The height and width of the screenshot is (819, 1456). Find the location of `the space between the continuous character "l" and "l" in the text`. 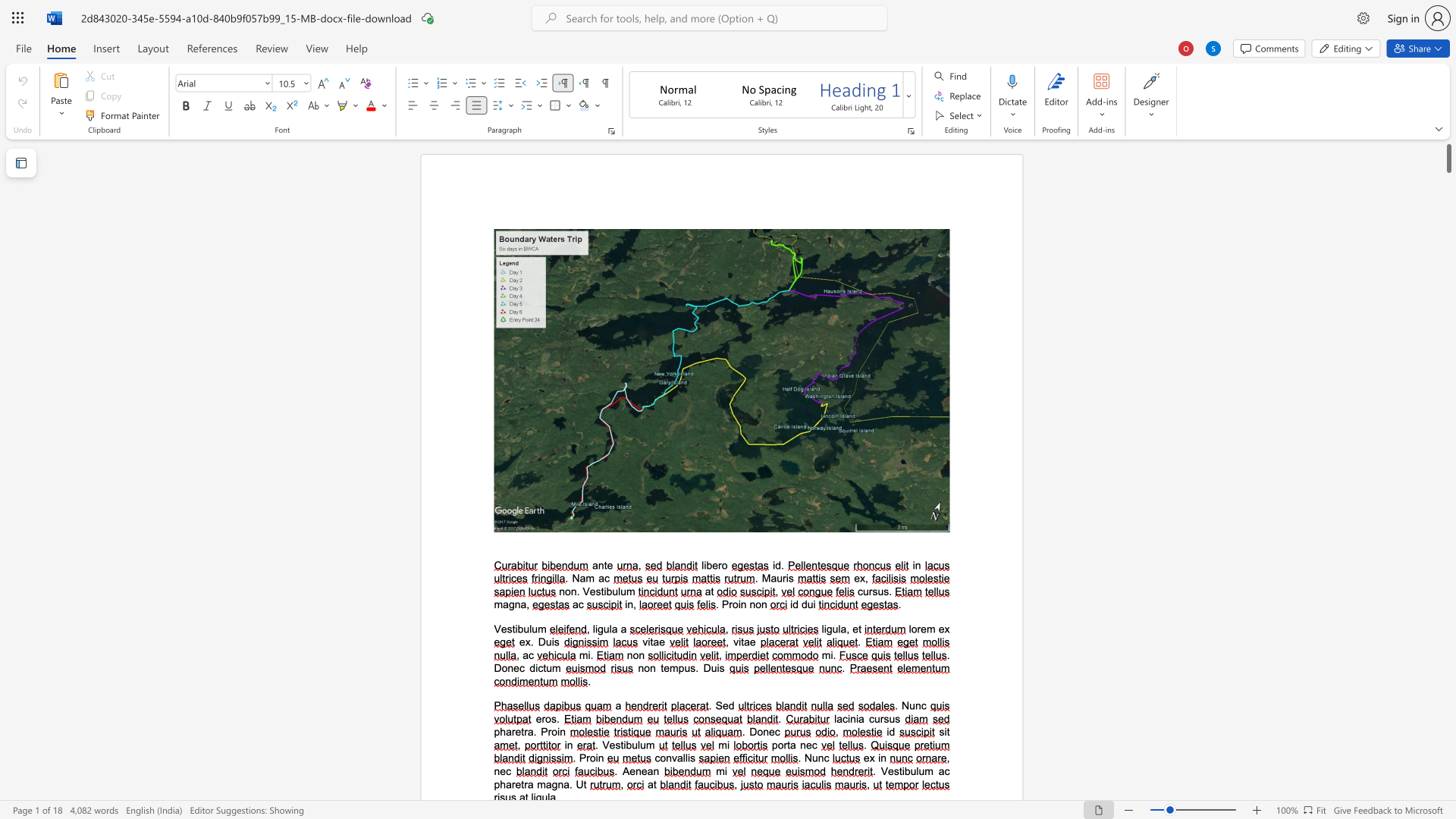

the space between the continuous character "l" and "l" in the text is located at coordinates (684, 758).